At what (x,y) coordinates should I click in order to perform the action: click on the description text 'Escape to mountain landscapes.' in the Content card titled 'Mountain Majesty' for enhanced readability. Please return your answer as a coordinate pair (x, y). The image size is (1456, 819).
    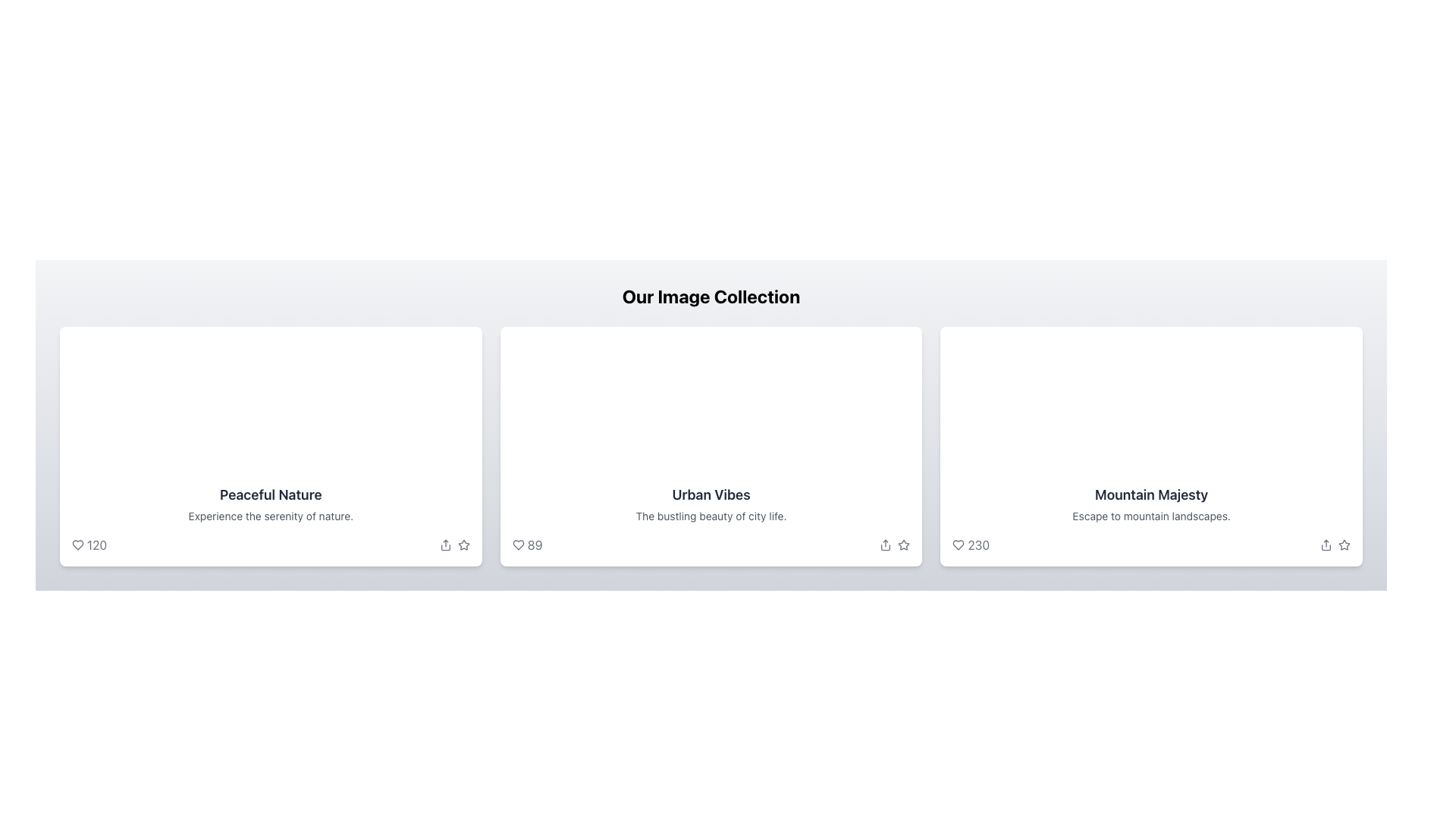
    Looking at the image, I should click on (1151, 519).